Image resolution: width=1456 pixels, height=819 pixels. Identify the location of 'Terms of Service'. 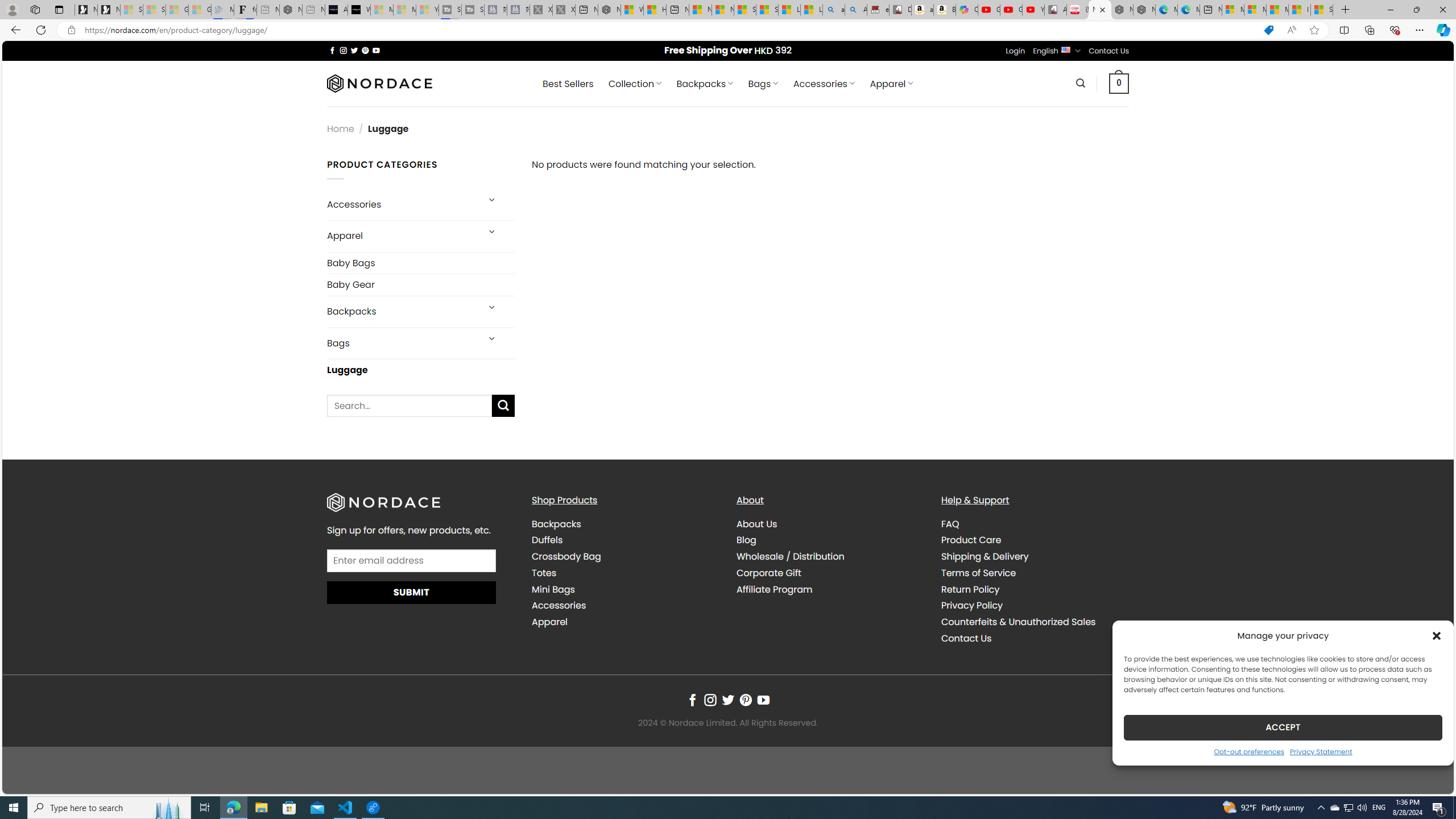
(978, 573).